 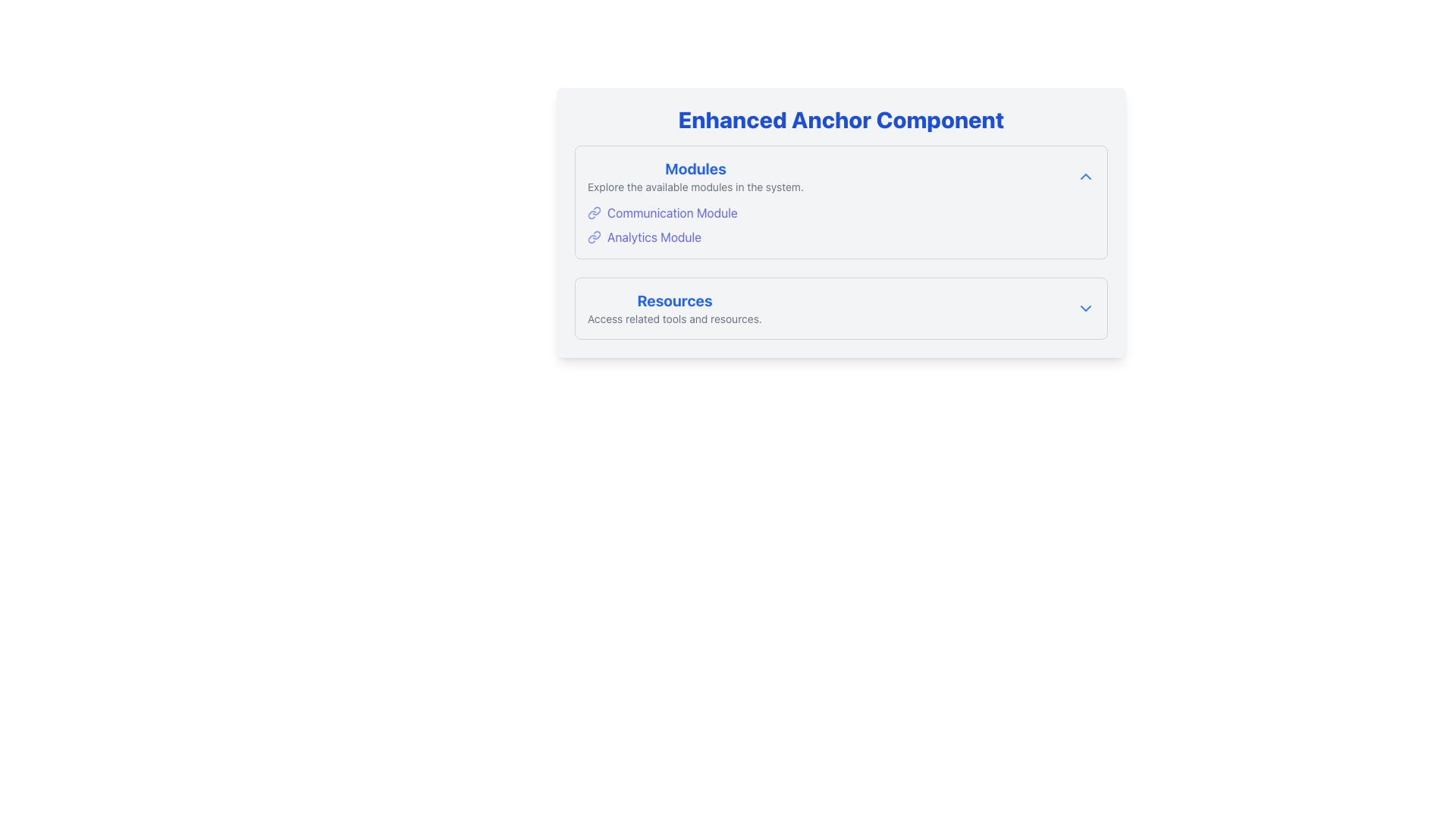 I want to click on the 'Communication Module' link icon located immediately to the left of the text within the 'Modules' section of the 'Enhanced Anchor Component' interface, so click(x=593, y=213).